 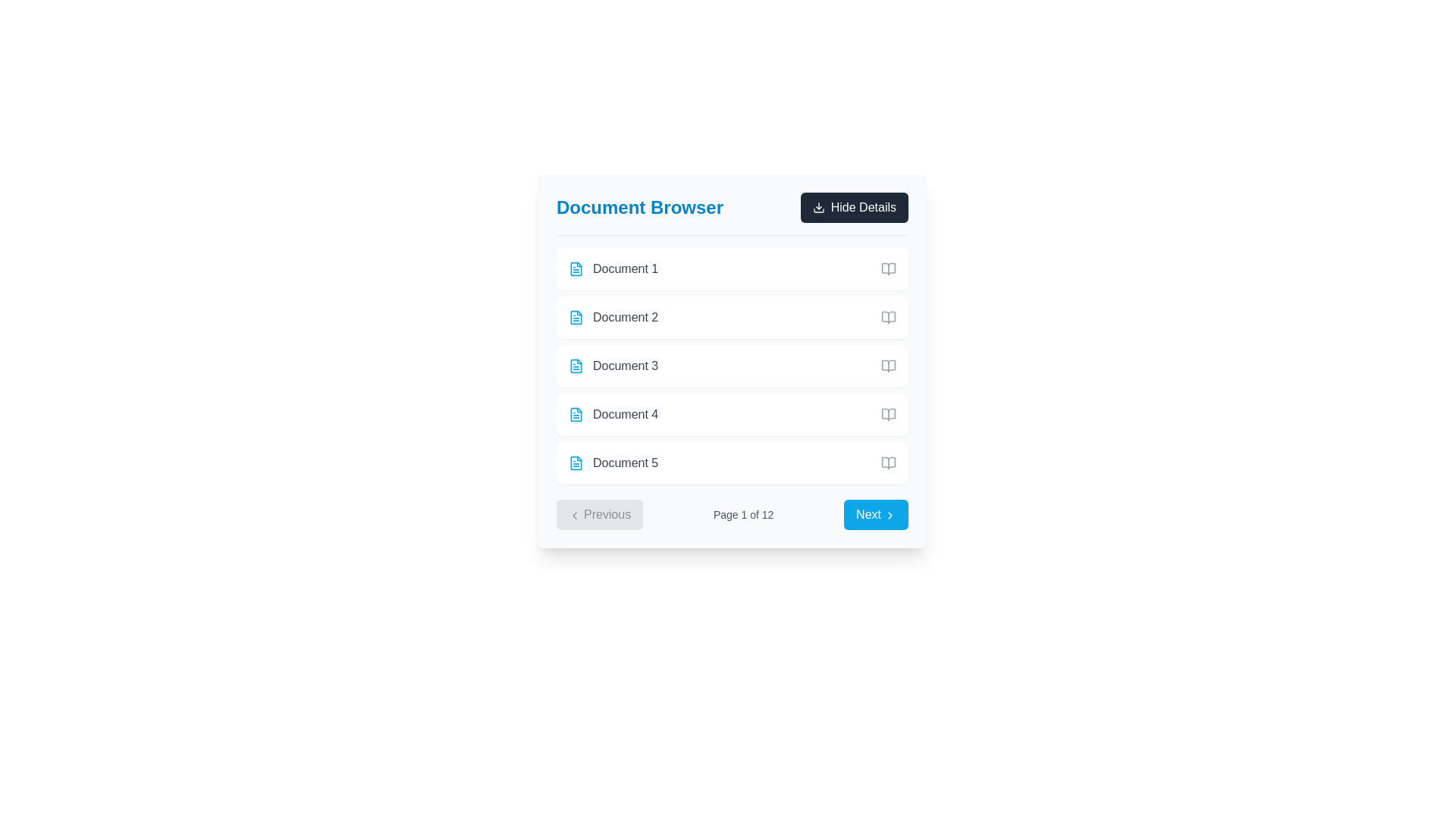 I want to click on the 'Previous Page' button in the Document Browser panel, so click(x=599, y=513).